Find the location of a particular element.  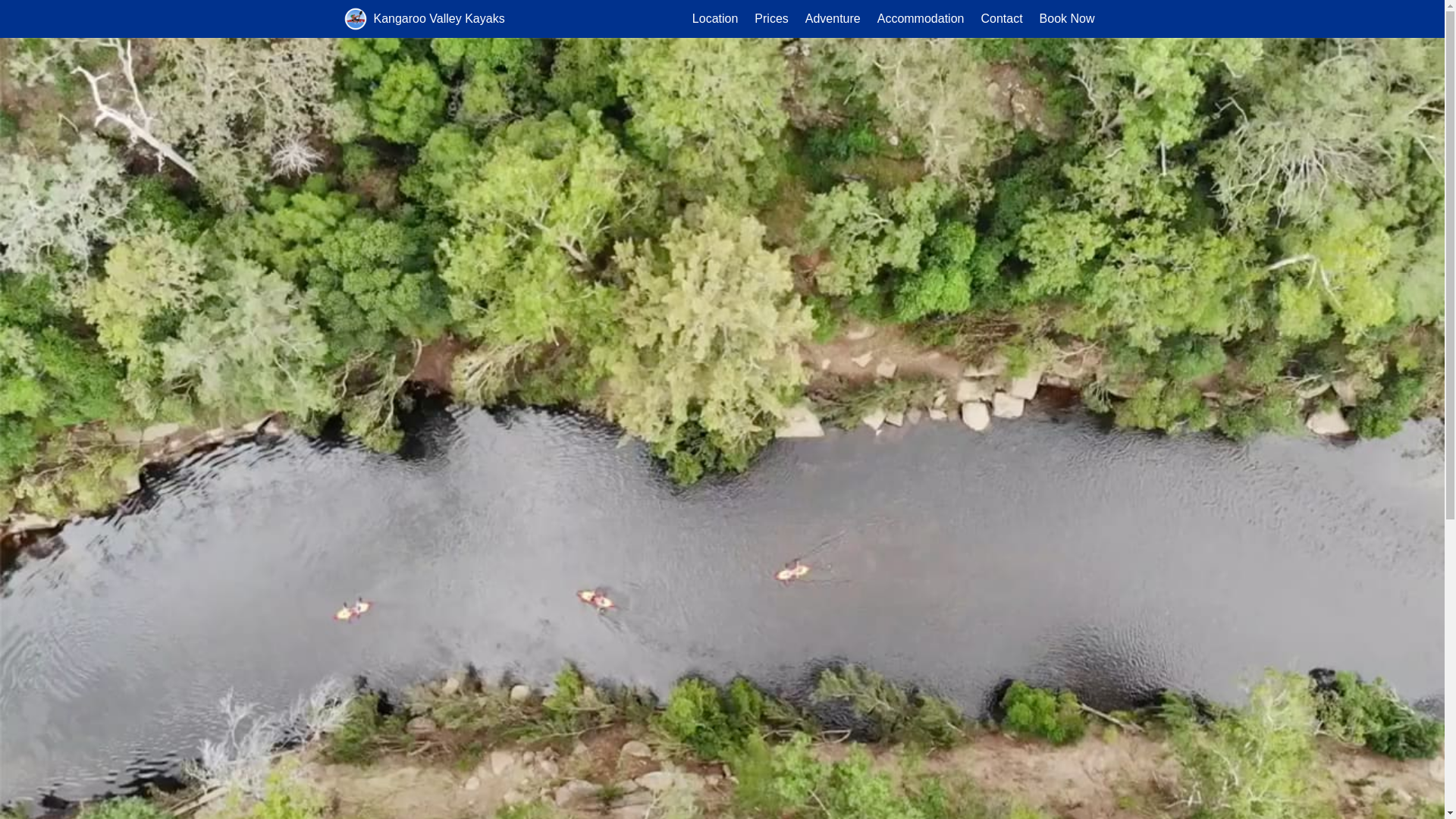

'Location' is located at coordinates (714, 18).